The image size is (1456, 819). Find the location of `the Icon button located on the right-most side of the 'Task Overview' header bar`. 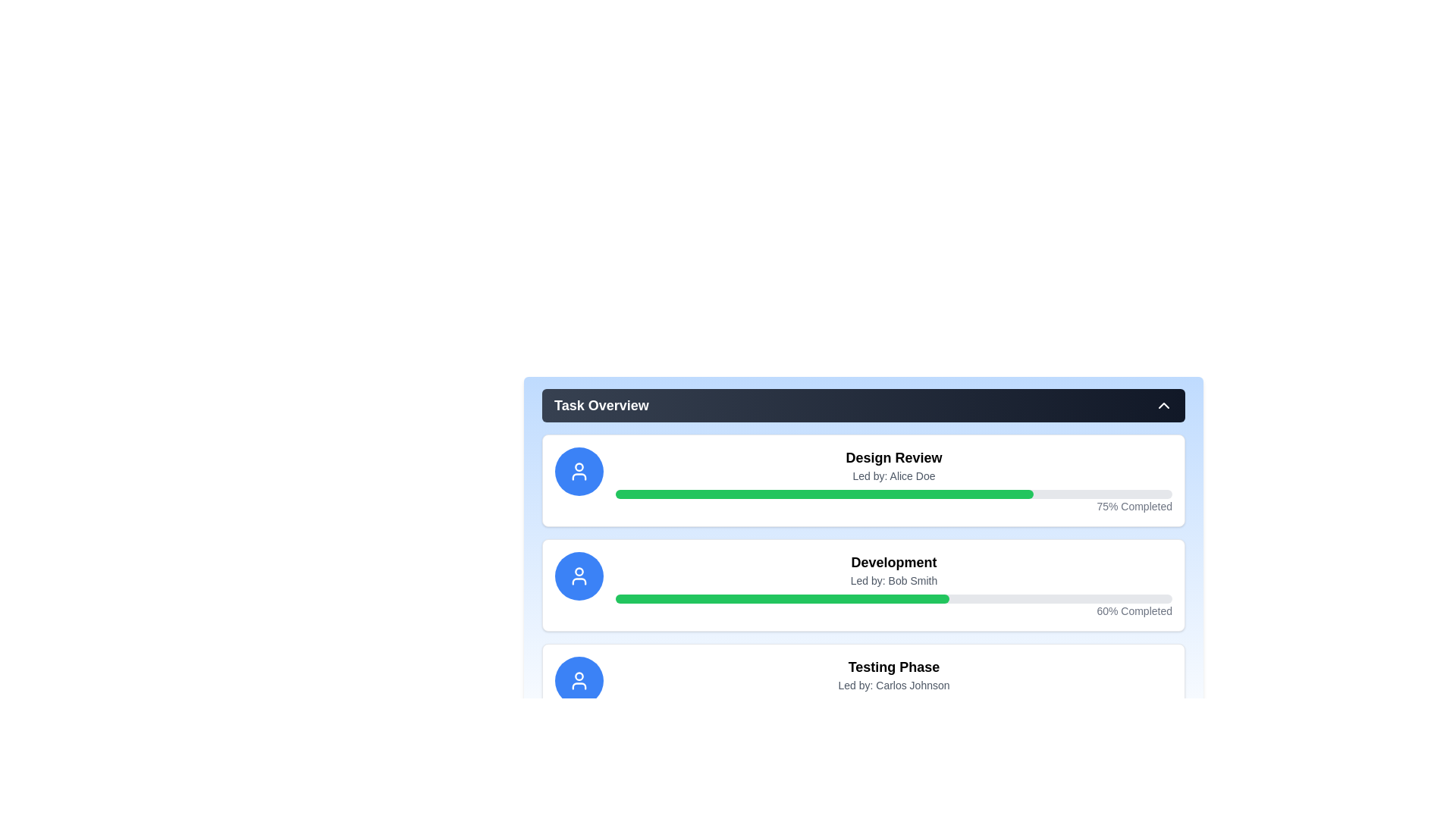

the Icon button located on the right-most side of the 'Task Overview' header bar is located at coordinates (1163, 405).